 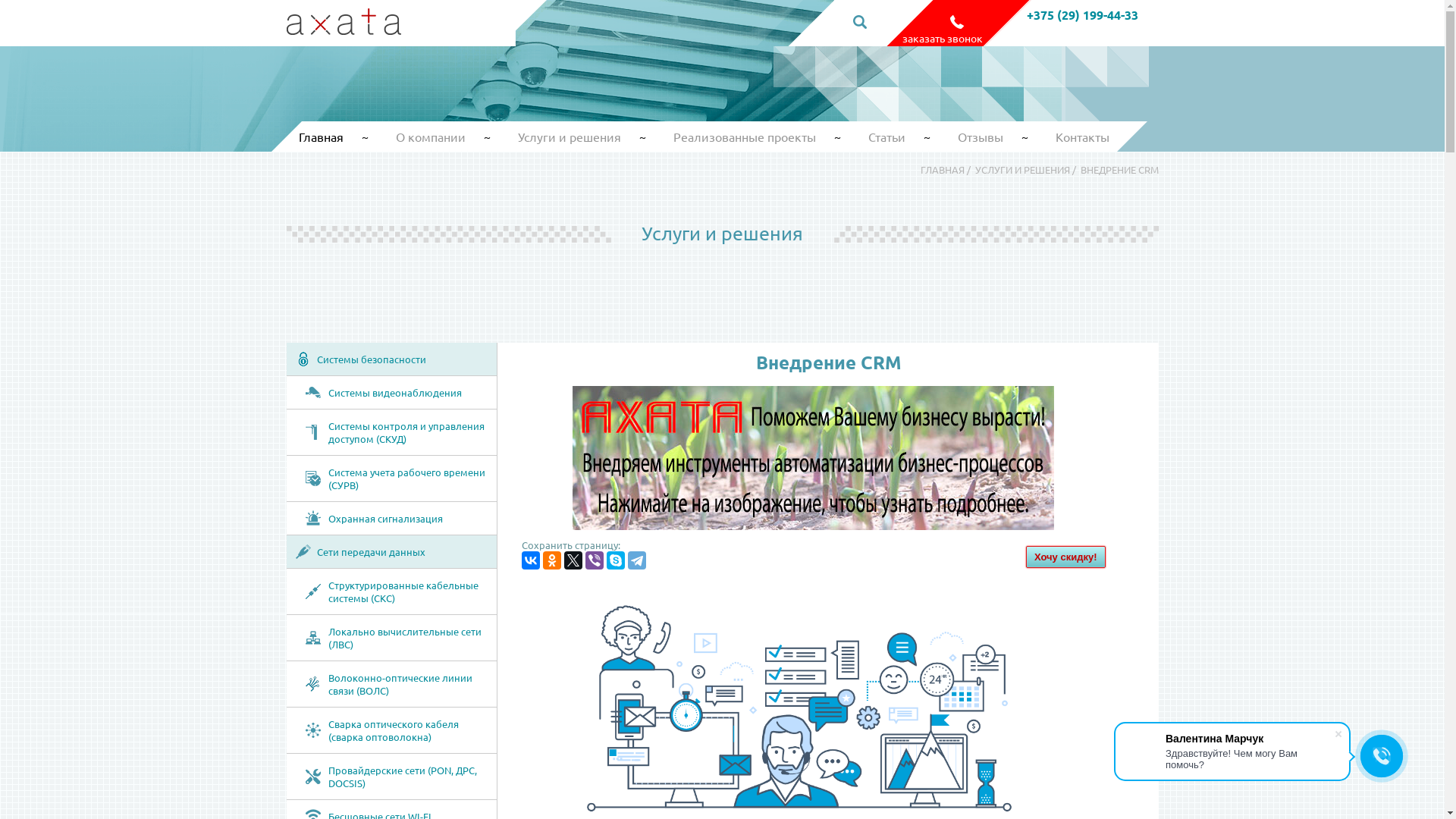 I want to click on 'Twitter', so click(x=573, y=560).